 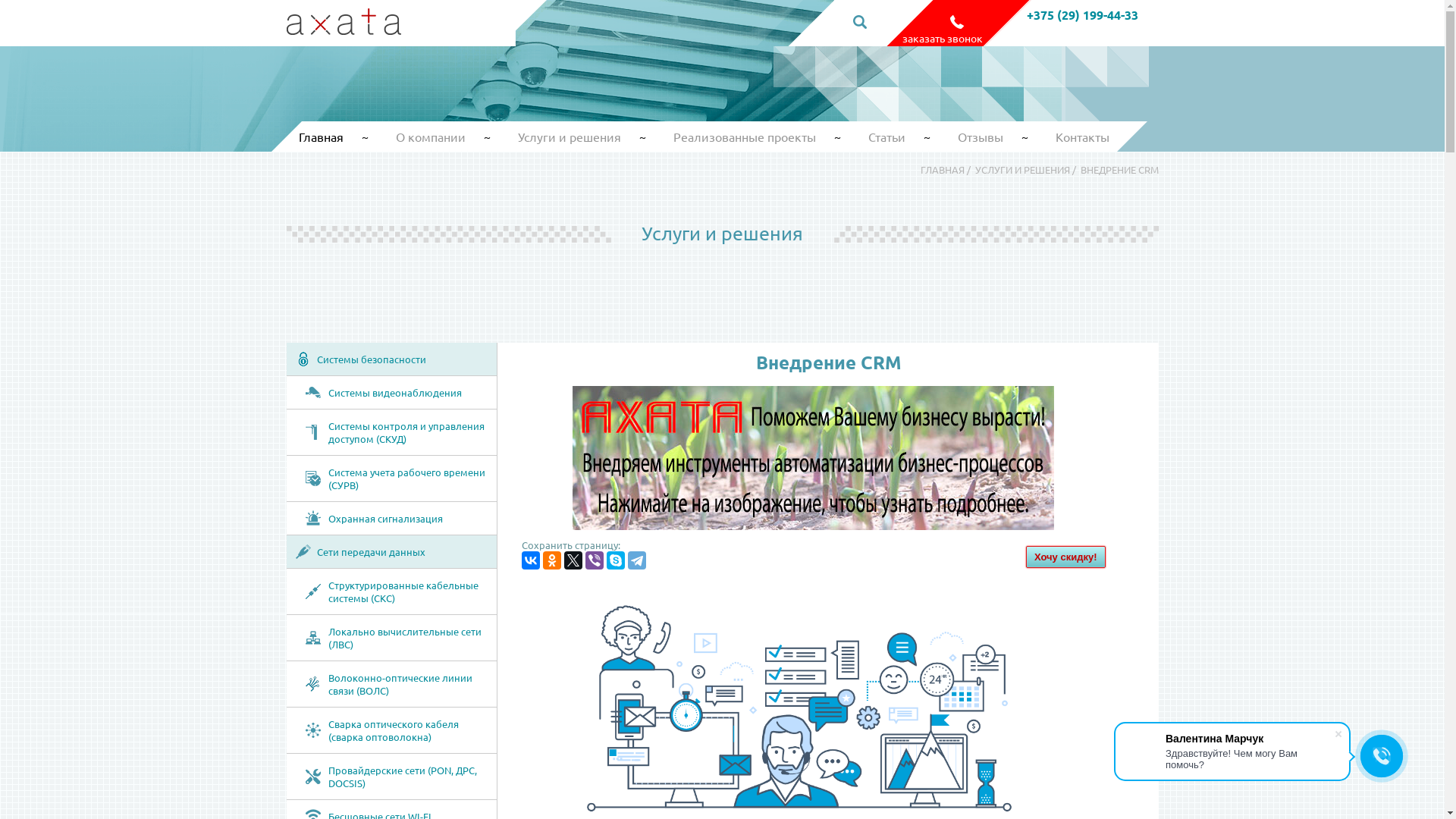 I want to click on 'Twitter', so click(x=573, y=560).